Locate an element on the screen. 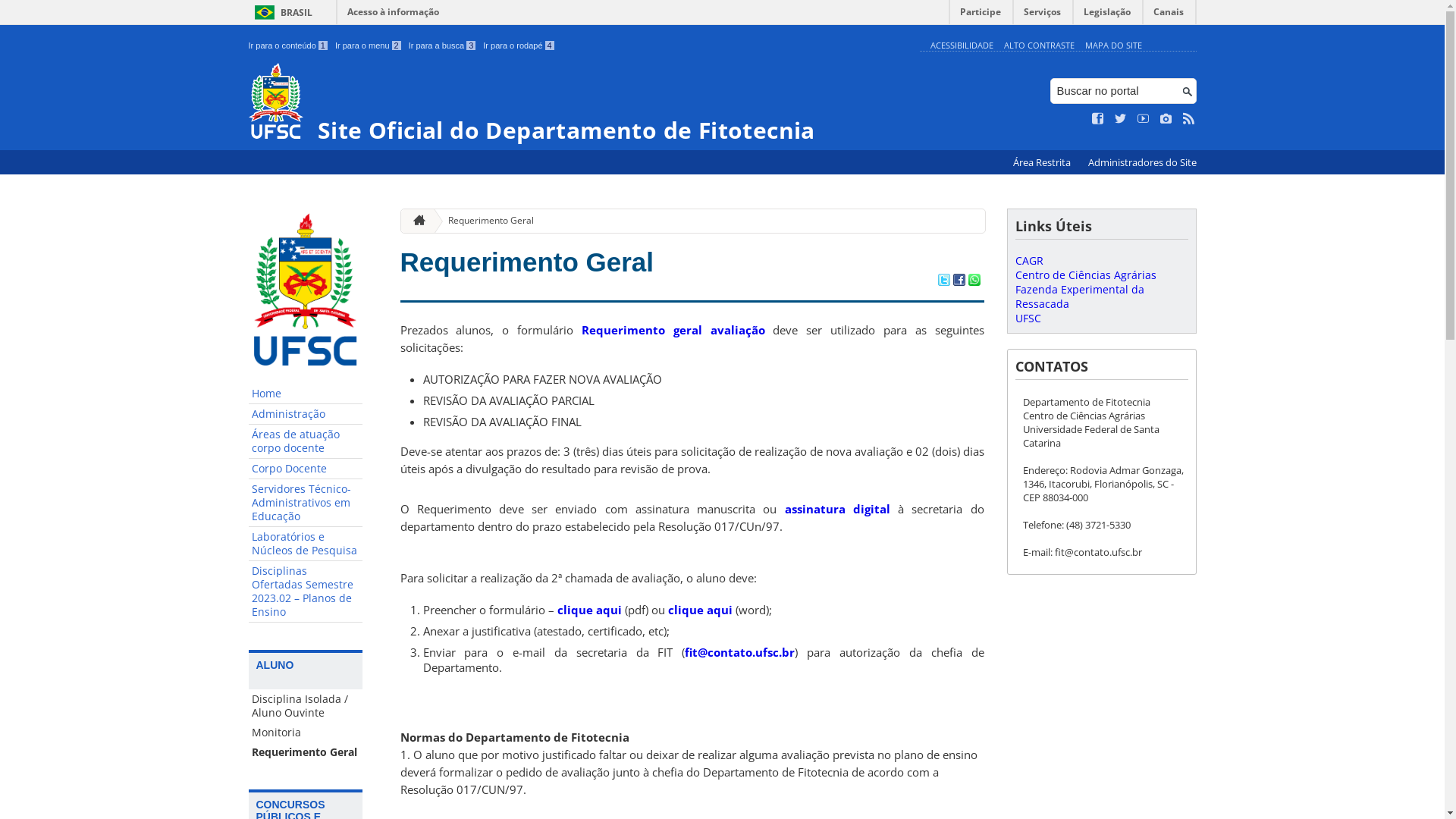 The image size is (1456, 819). 'Fazenda Experimental da Ressacada' is located at coordinates (1078, 296).